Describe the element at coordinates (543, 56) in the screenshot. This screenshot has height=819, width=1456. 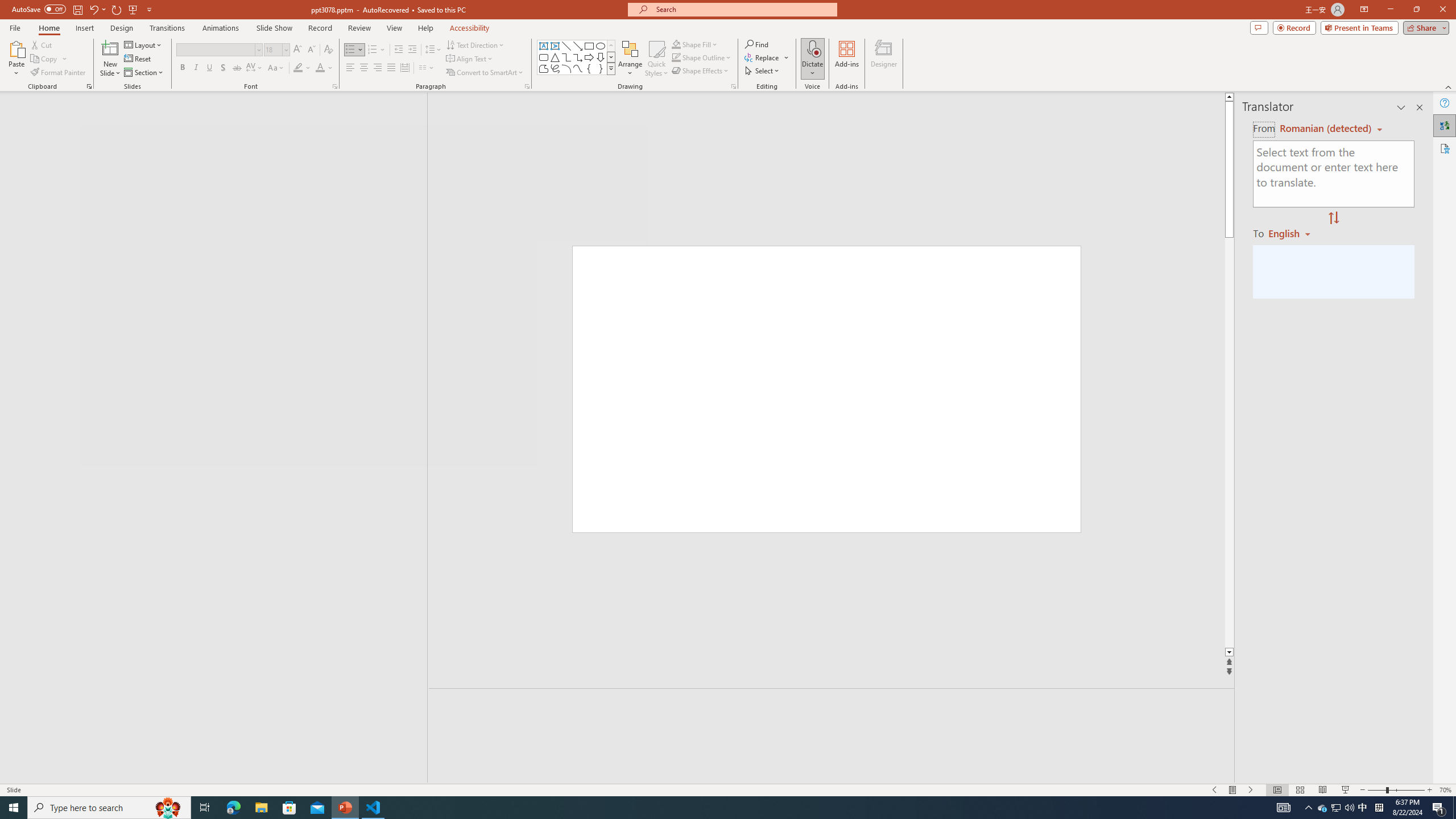
I see `'Rectangle: Rounded Corners'` at that location.